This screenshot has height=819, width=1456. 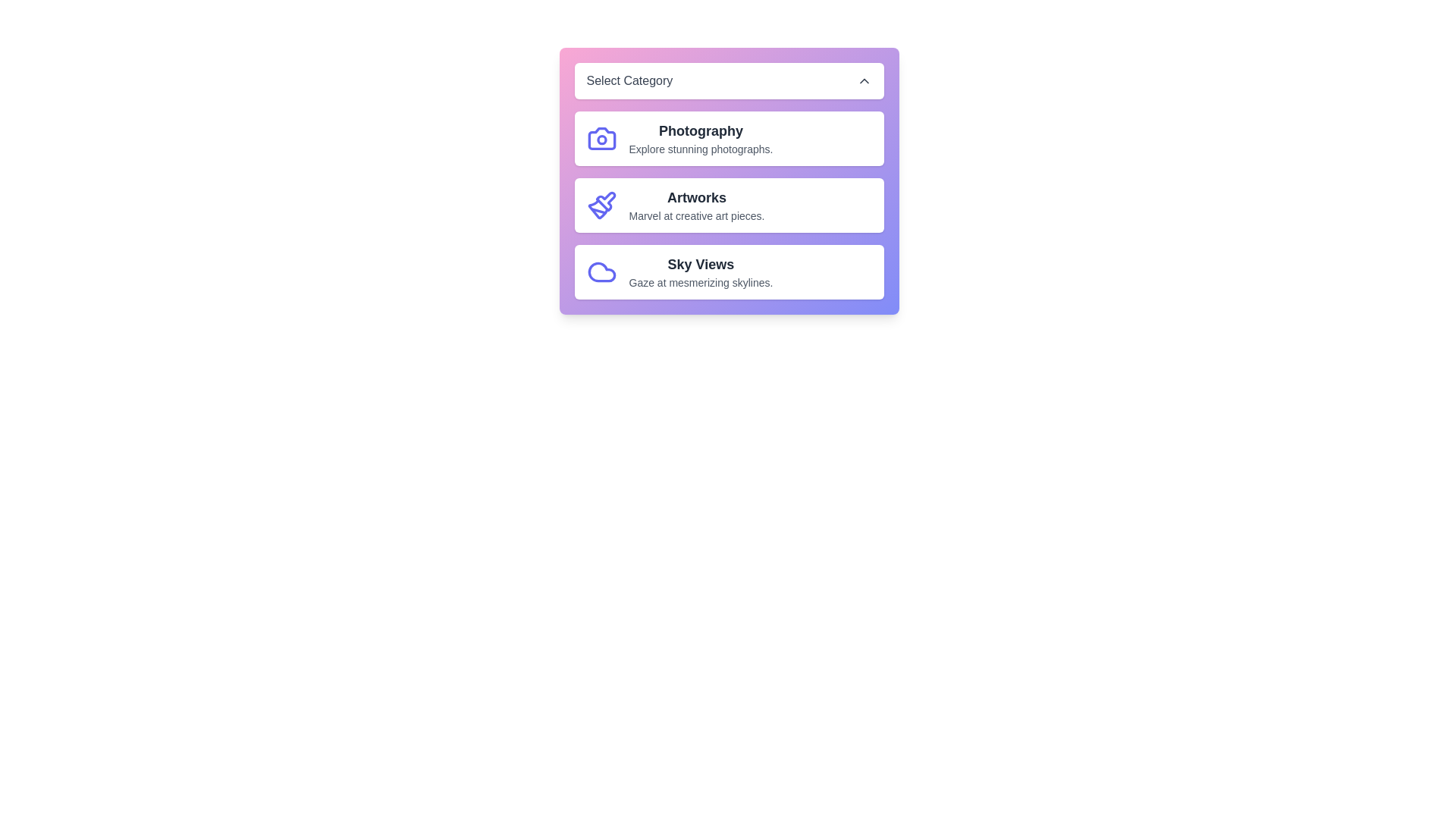 I want to click on the category Photography from the list, so click(x=729, y=138).